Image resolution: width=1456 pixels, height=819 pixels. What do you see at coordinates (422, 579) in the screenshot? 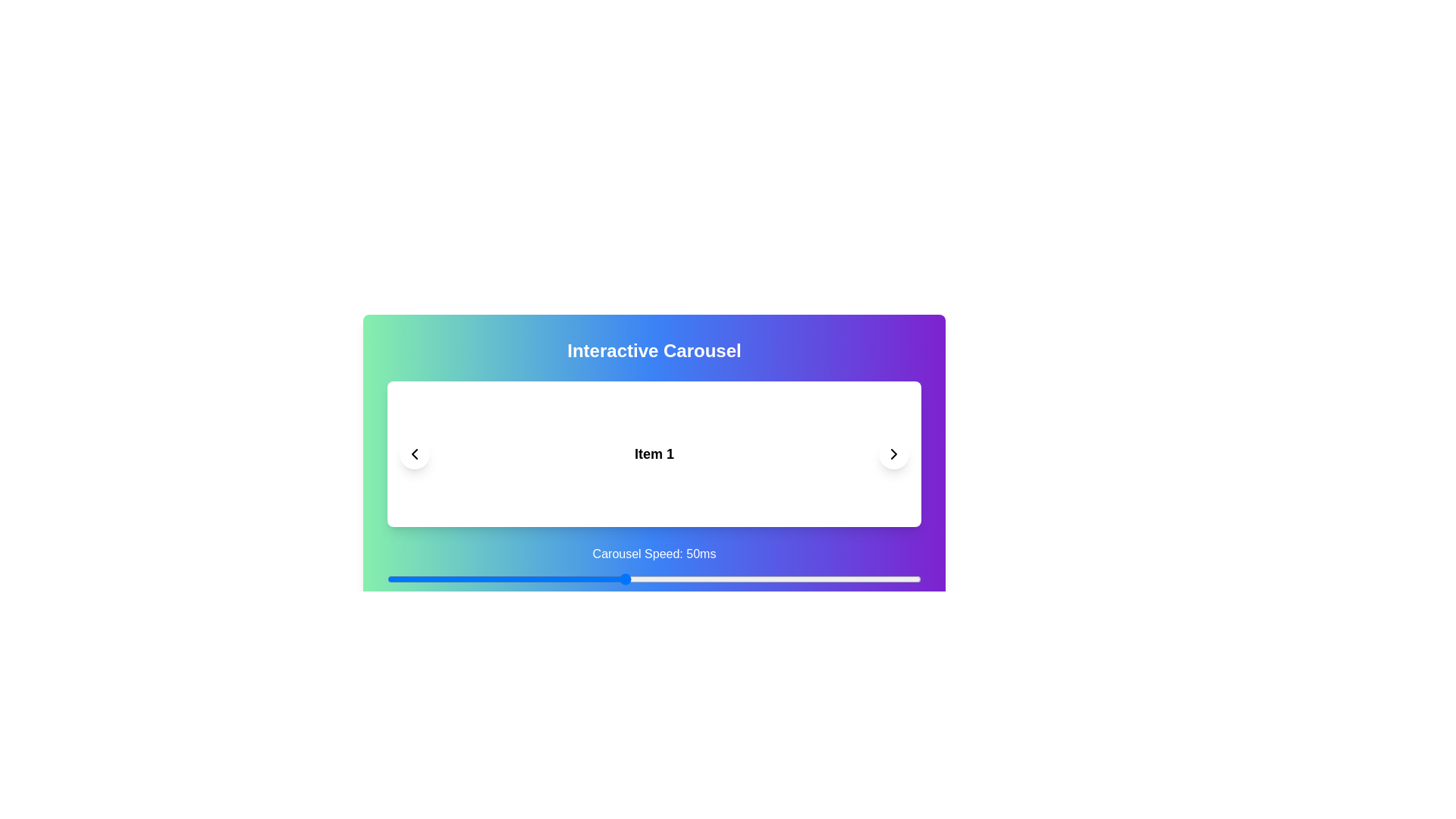
I see `the carousel speed to 16 ms using the slider` at bounding box center [422, 579].